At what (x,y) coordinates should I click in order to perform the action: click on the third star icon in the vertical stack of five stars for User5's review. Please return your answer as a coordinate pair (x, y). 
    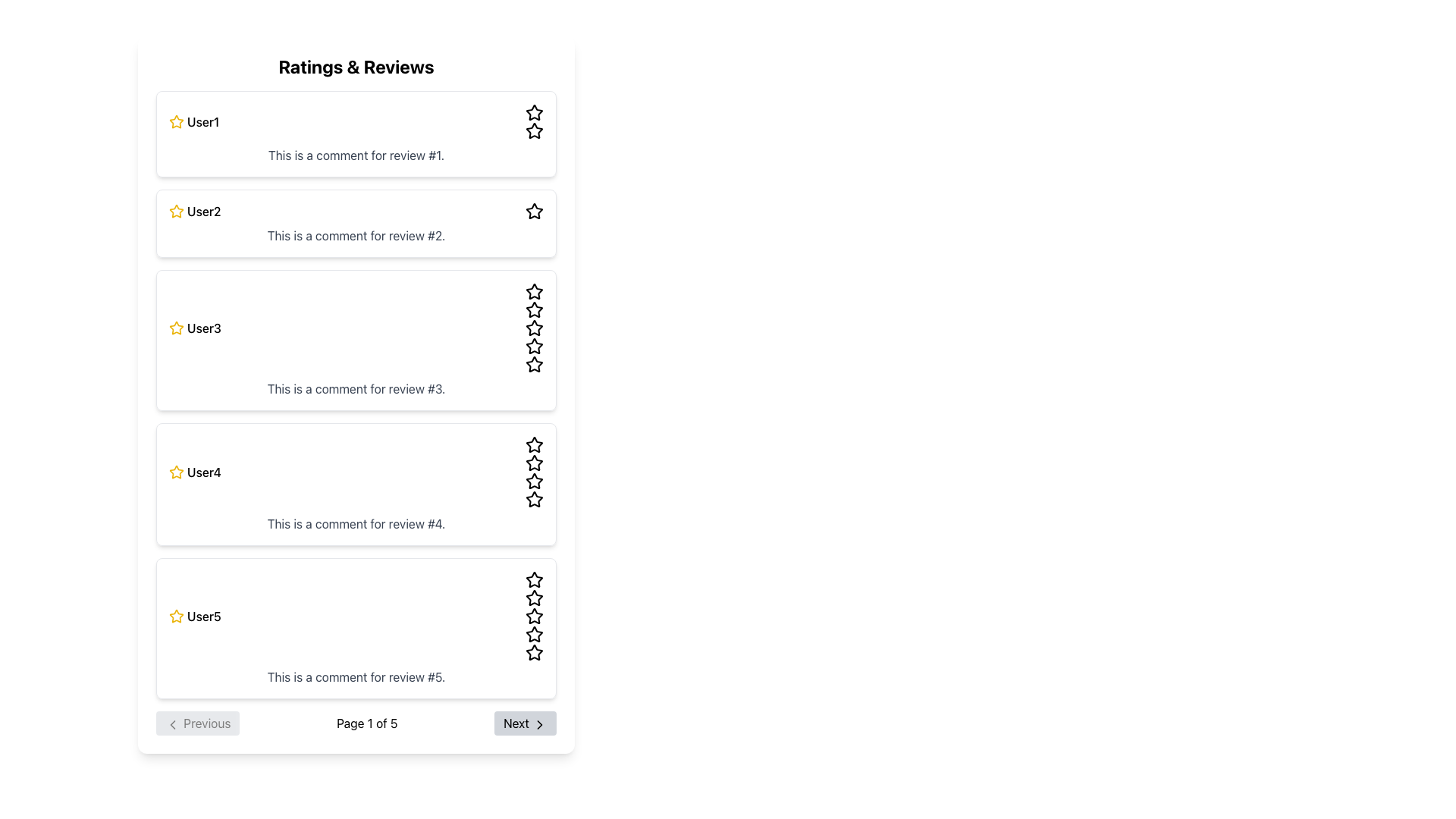
    Looking at the image, I should click on (535, 616).